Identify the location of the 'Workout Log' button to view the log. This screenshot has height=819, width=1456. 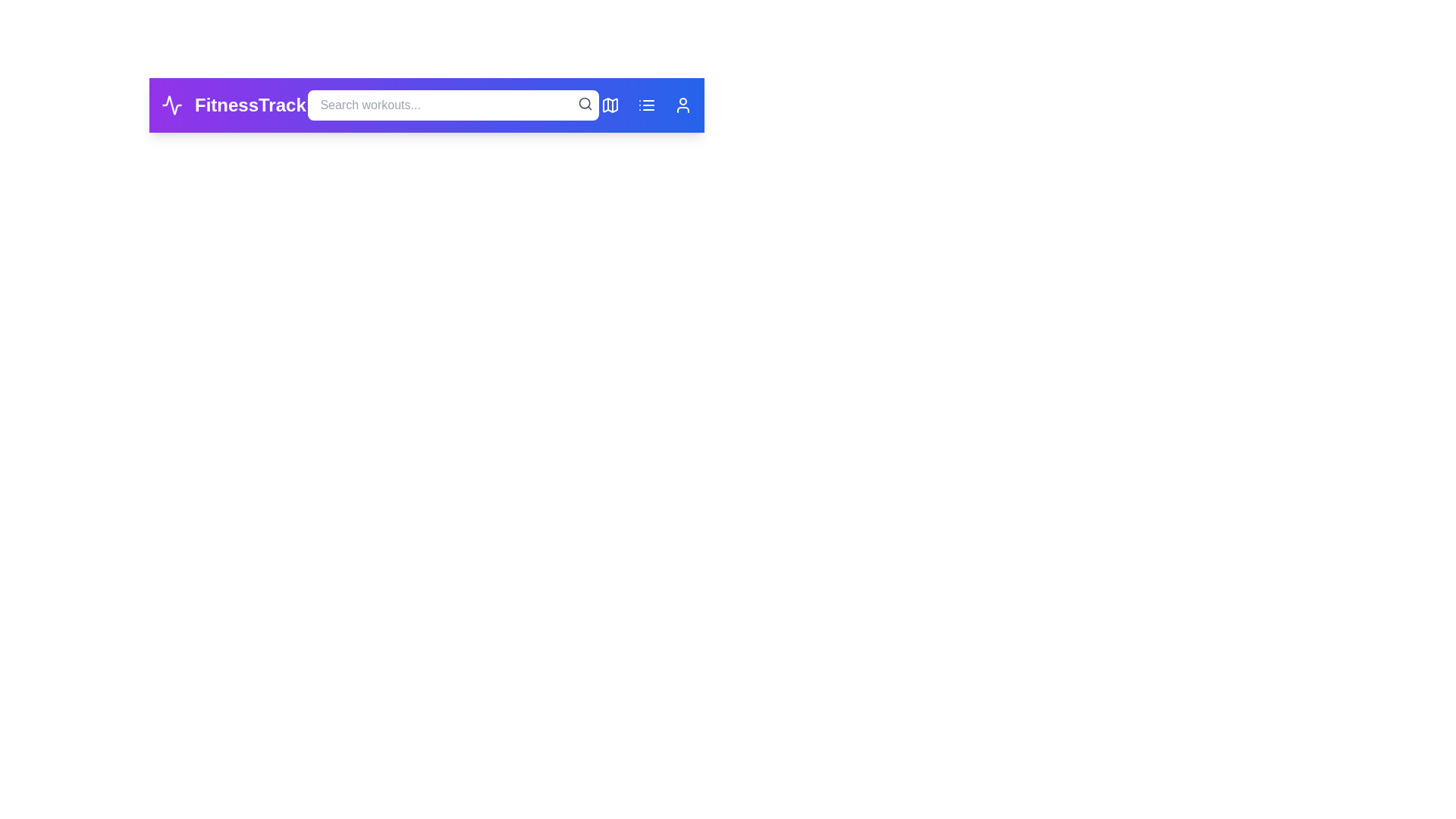
(647, 104).